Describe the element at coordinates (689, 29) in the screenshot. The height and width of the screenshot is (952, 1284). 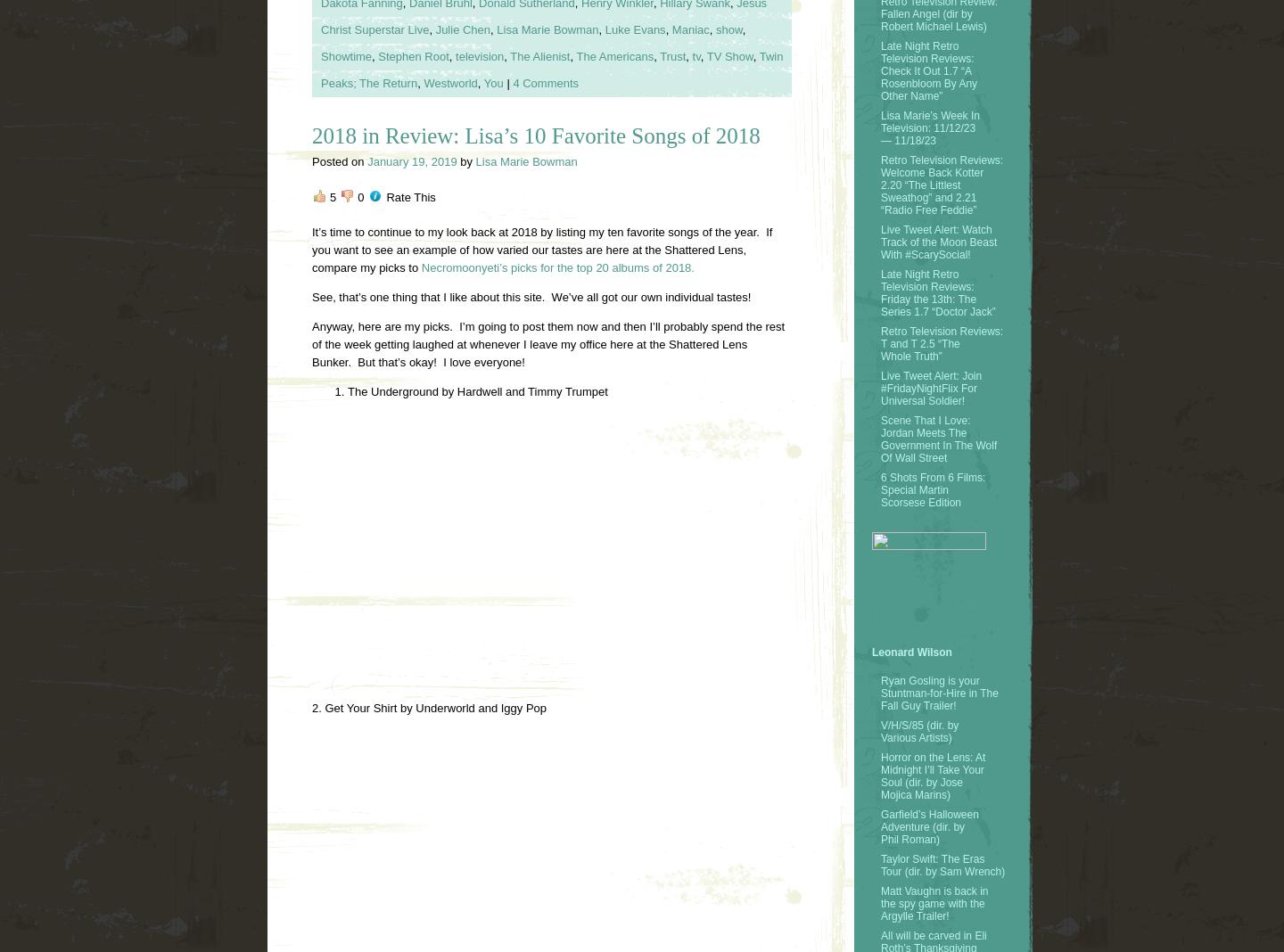
I see `'Maniac'` at that location.